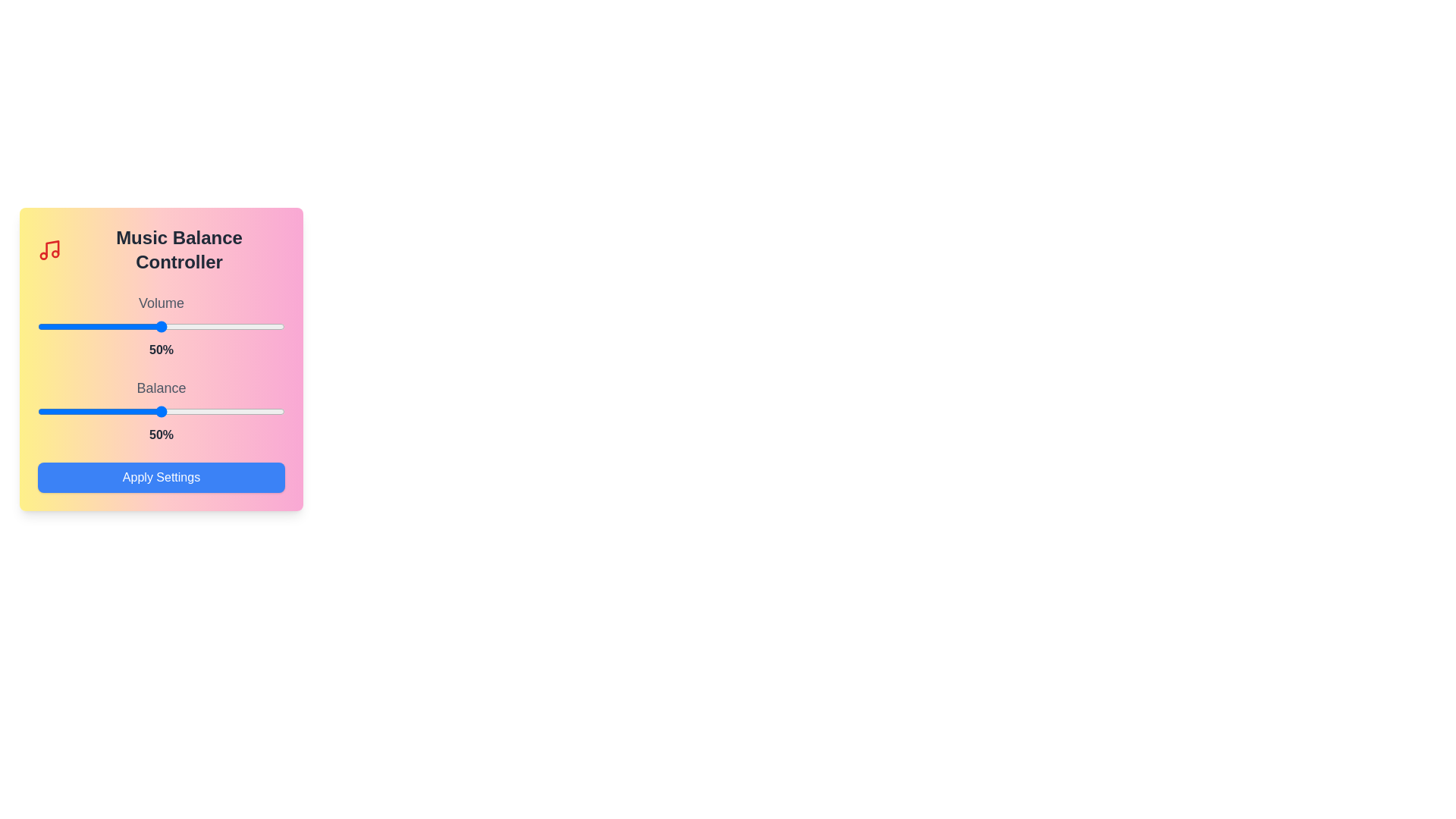 Image resolution: width=1456 pixels, height=819 pixels. I want to click on the balance slider to 95%, so click(272, 412).